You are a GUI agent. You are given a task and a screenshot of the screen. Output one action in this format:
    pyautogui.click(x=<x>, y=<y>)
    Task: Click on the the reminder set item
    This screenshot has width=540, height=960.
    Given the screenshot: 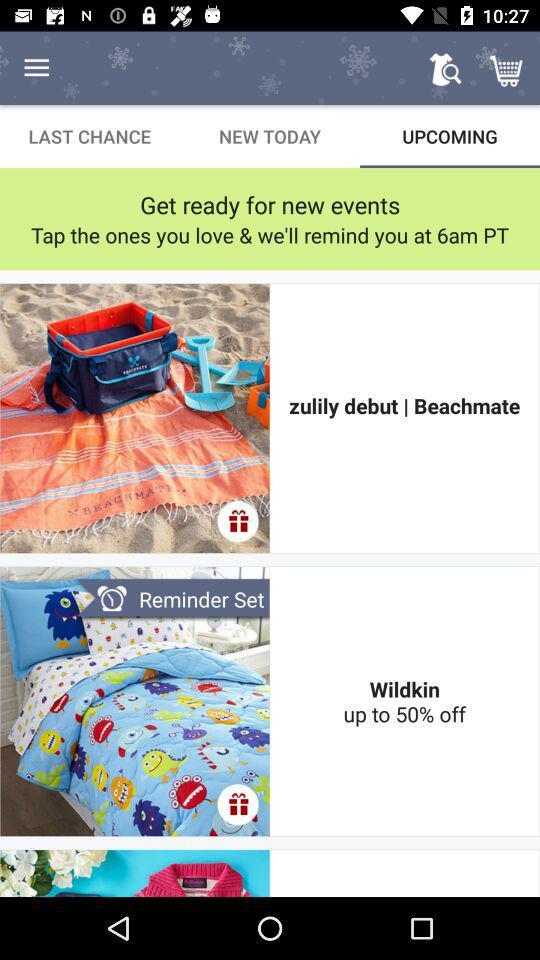 What is the action you would take?
    pyautogui.click(x=172, y=600)
    